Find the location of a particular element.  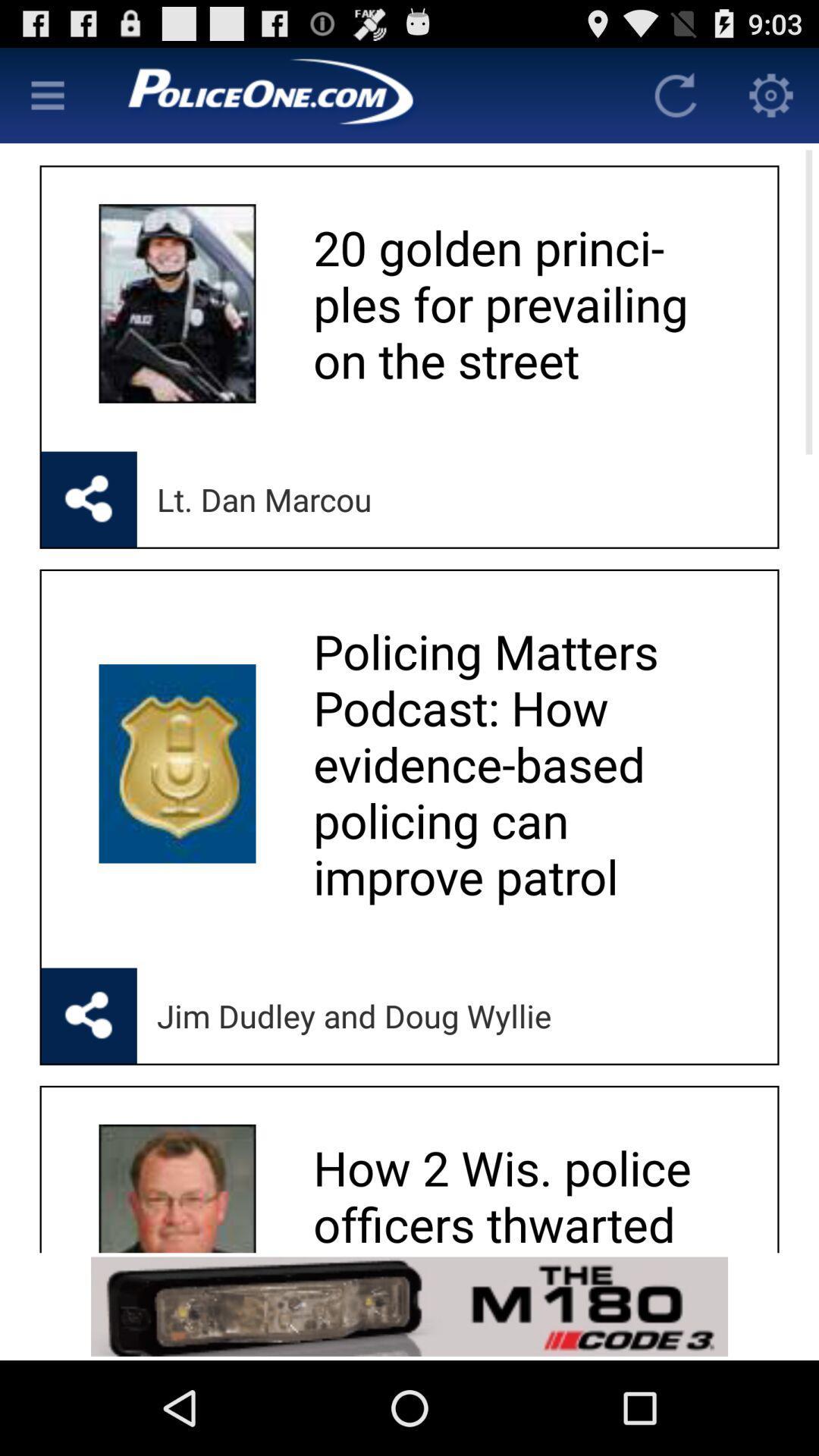

click refresh is located at coordinates (675, 94).